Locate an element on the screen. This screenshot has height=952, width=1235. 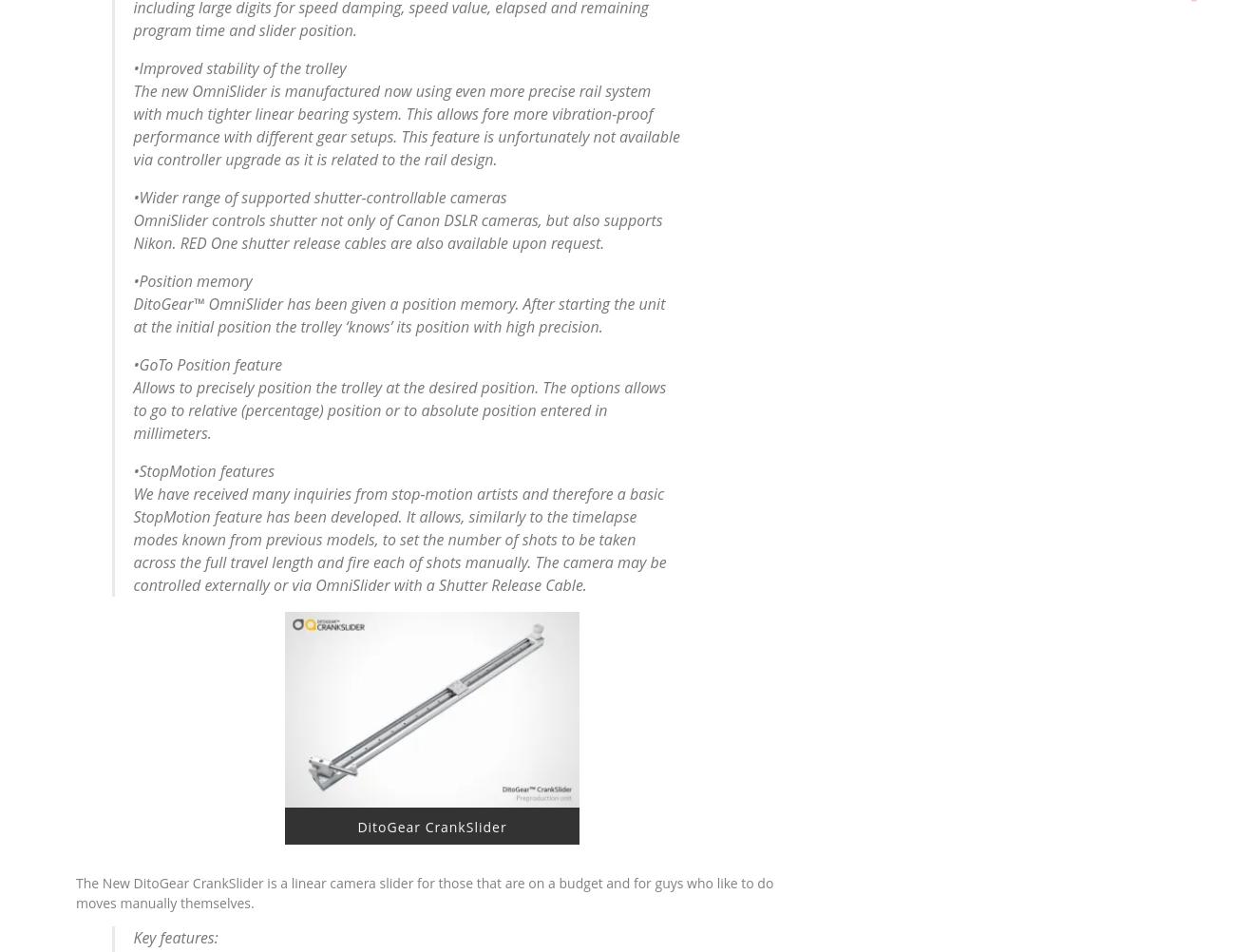
'•Improved stability of the trolley' is located at coordinates (237, 68).